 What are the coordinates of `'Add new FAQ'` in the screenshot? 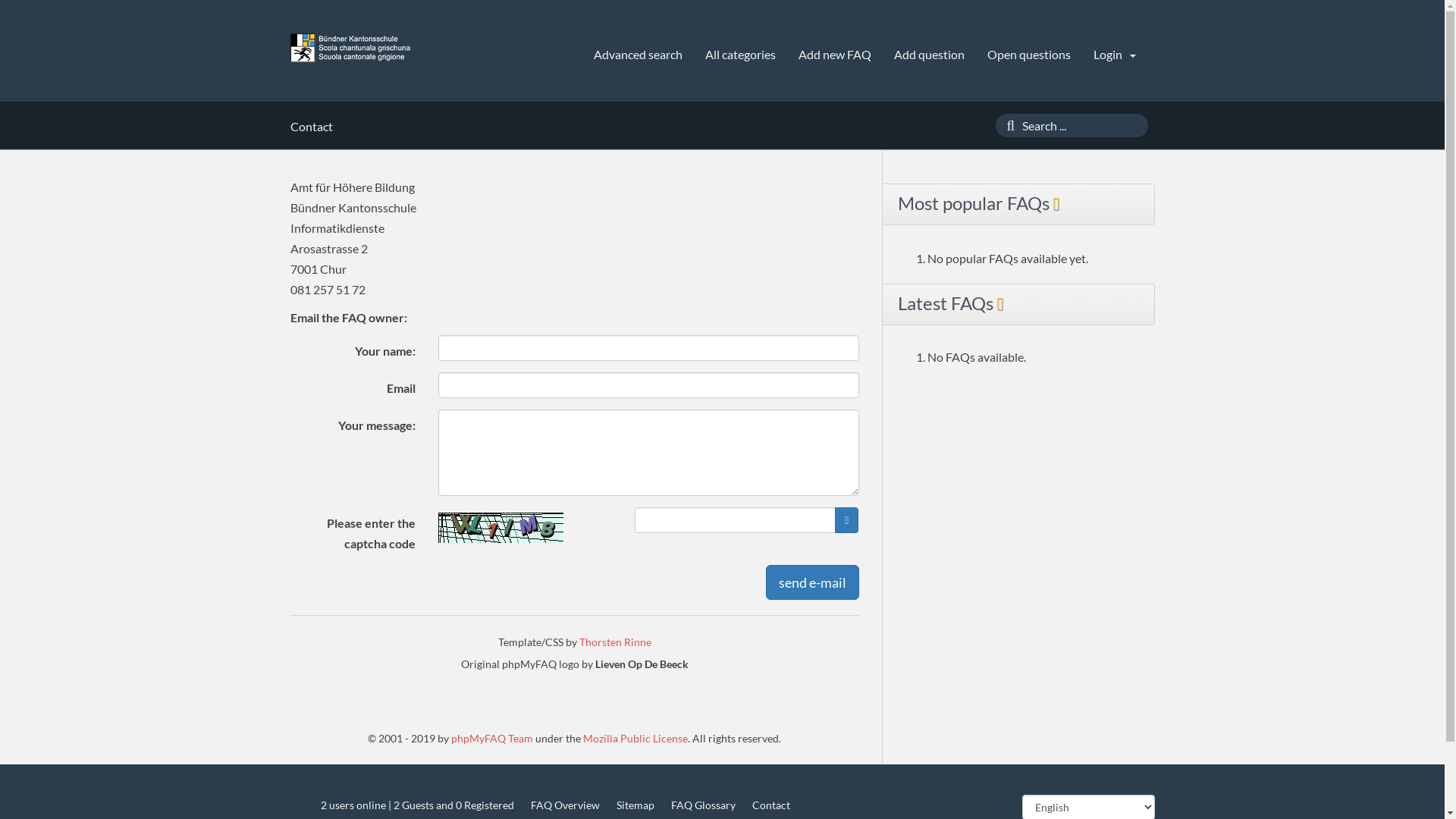 It's located at (833, 54).